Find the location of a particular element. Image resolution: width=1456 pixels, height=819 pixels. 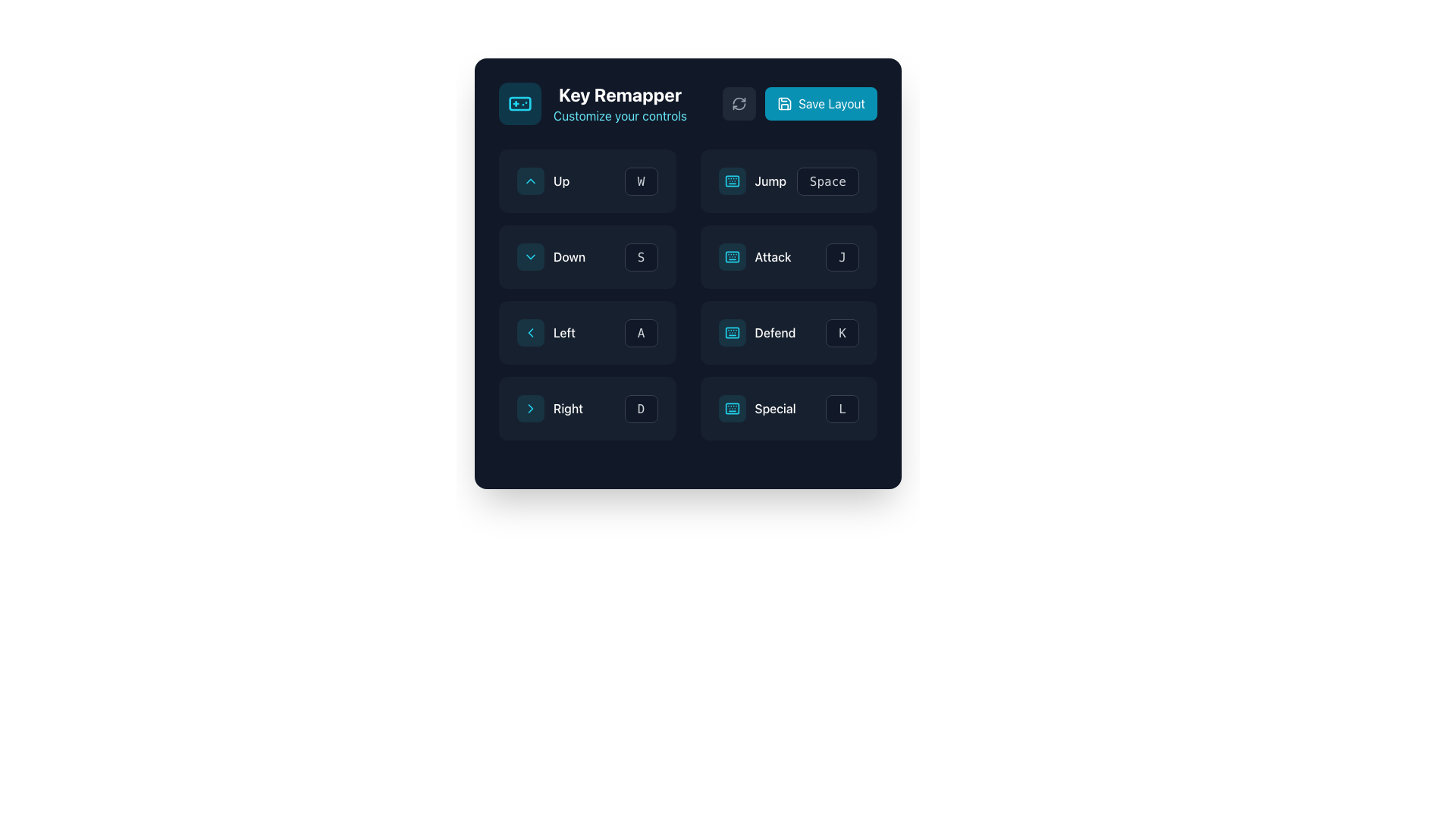

the cyan-tinted keyboard icon button located is located at coordinates (732, 408).